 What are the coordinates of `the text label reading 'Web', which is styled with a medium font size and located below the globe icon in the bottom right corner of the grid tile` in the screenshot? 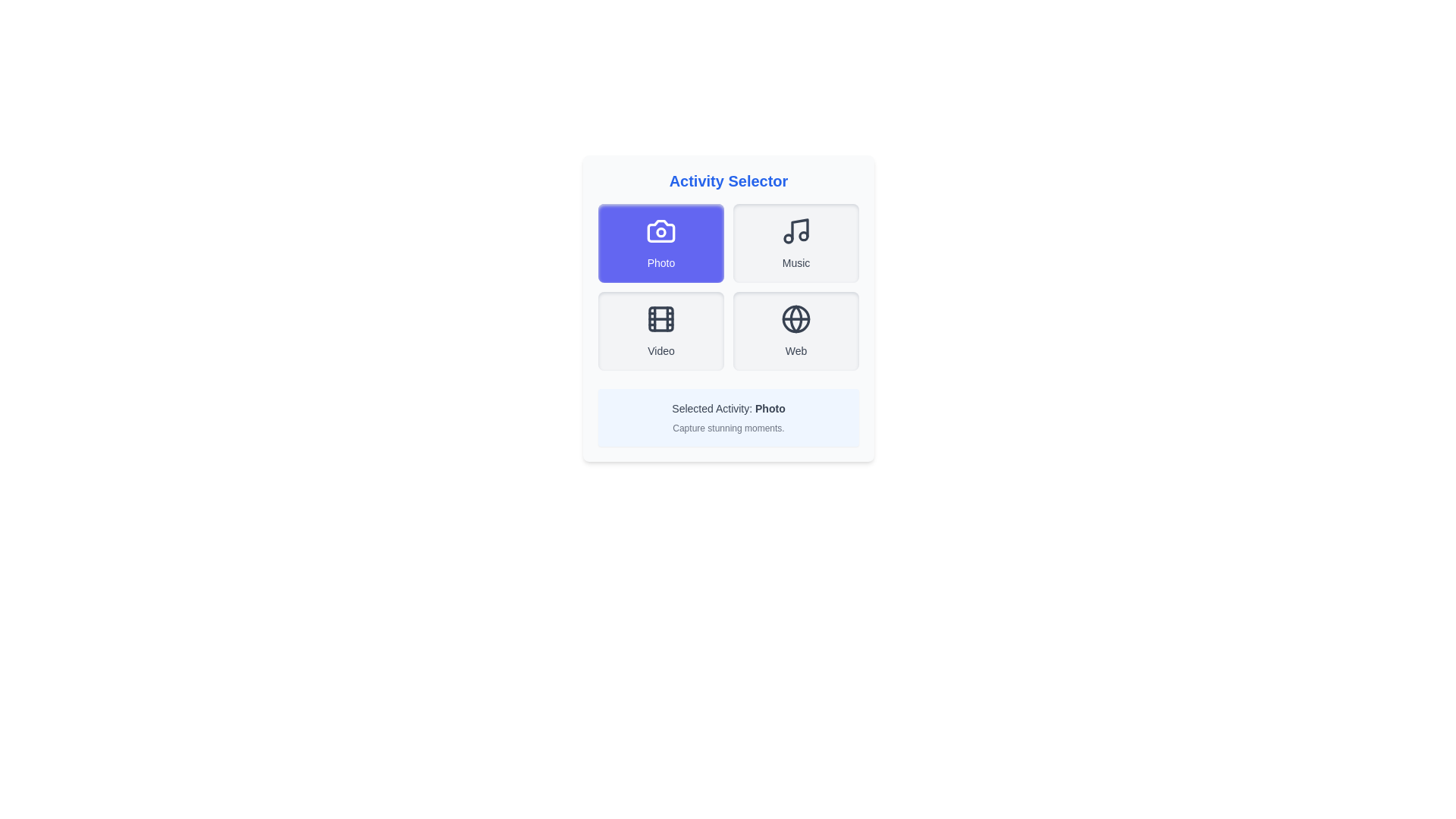 It's located at (795, 350).